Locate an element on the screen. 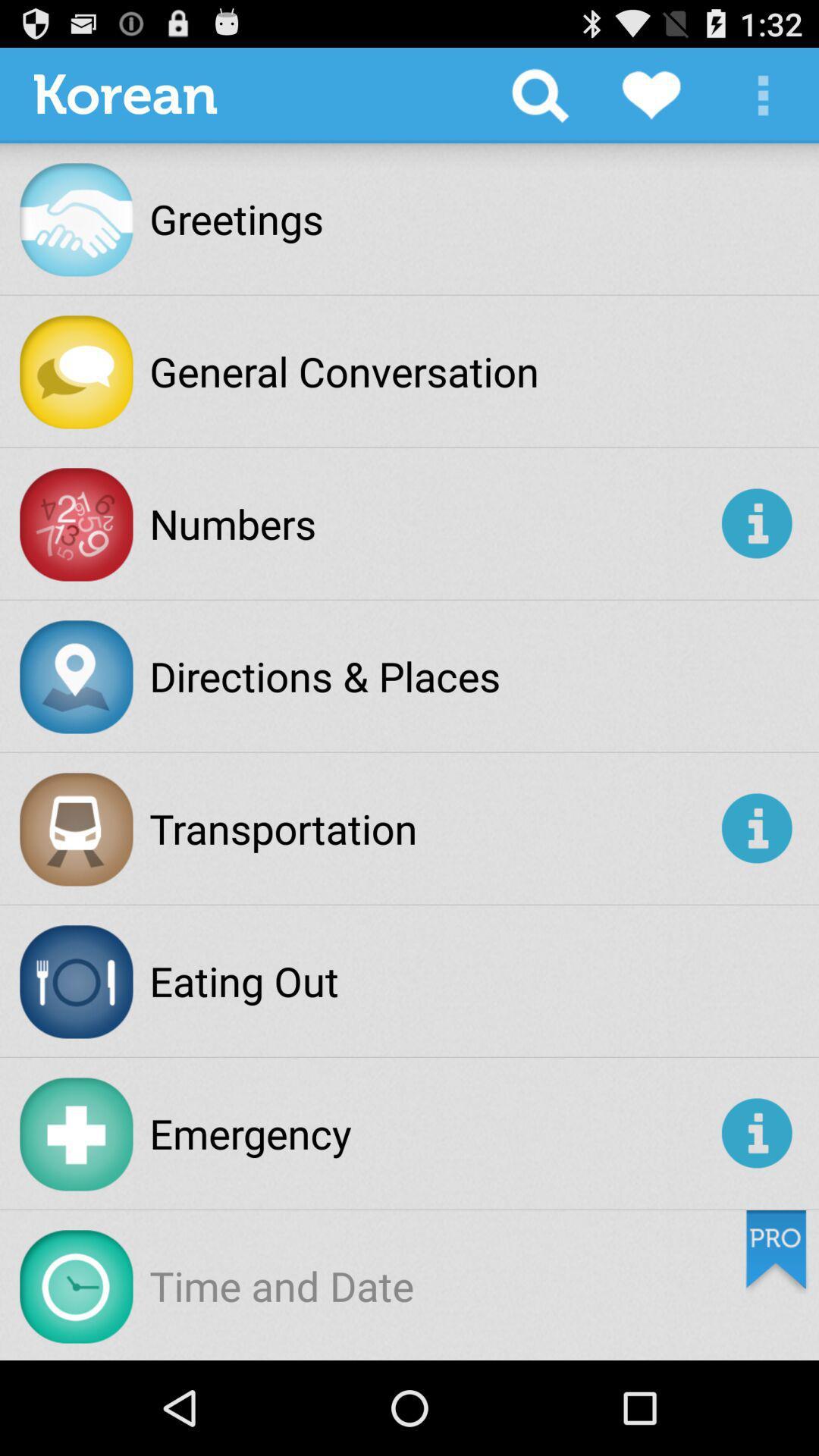 This screenshot has height=1456, width=819. the item next to the korean is located at coordinates (539, 94).